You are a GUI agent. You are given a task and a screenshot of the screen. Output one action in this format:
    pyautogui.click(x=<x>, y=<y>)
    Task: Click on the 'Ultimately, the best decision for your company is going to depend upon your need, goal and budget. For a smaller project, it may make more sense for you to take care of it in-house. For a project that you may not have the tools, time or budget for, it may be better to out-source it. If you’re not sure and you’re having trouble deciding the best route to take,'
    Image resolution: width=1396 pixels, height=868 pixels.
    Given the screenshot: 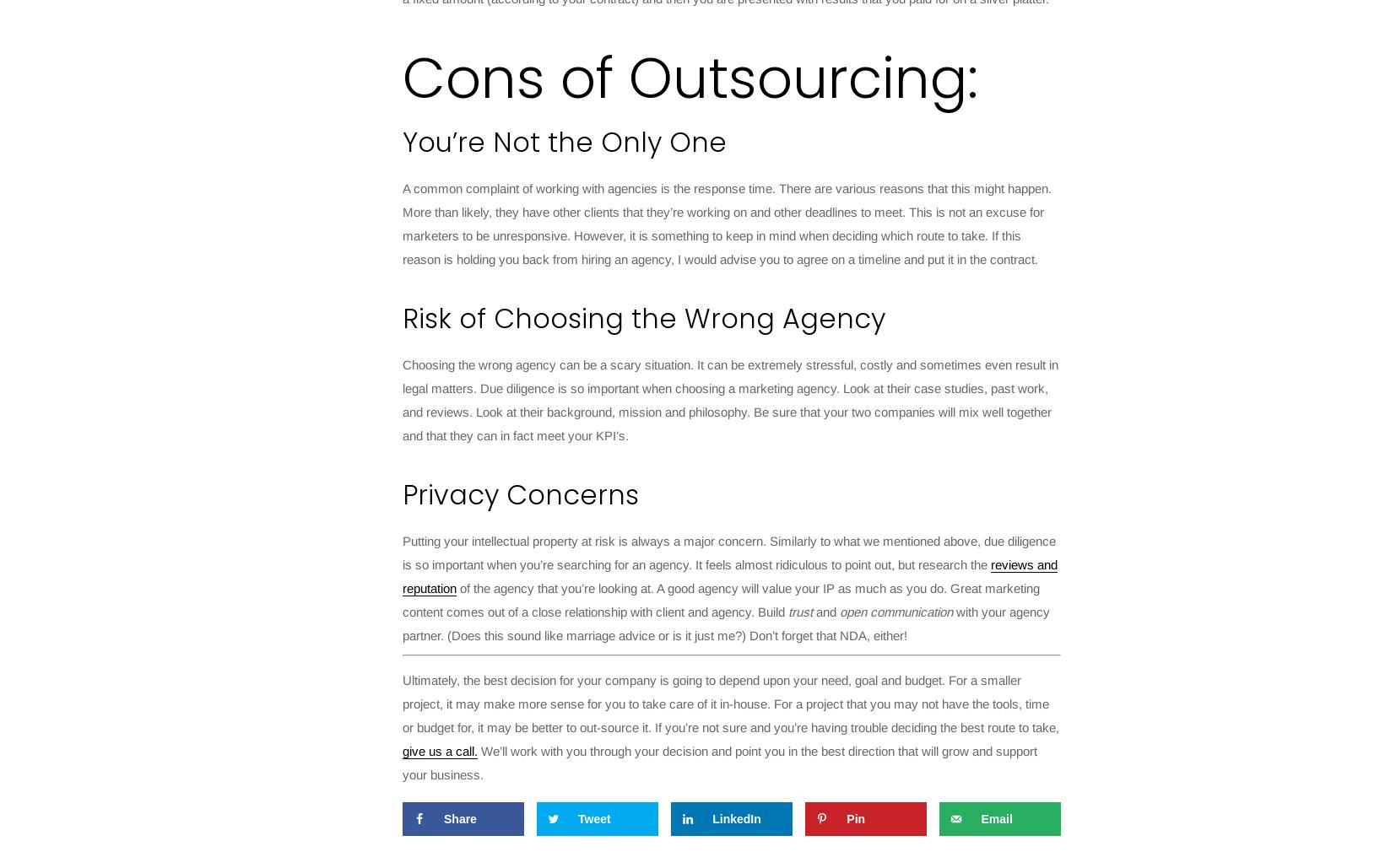 What is the action you would take?
    pyautogui.click(x=403, y=702)
    